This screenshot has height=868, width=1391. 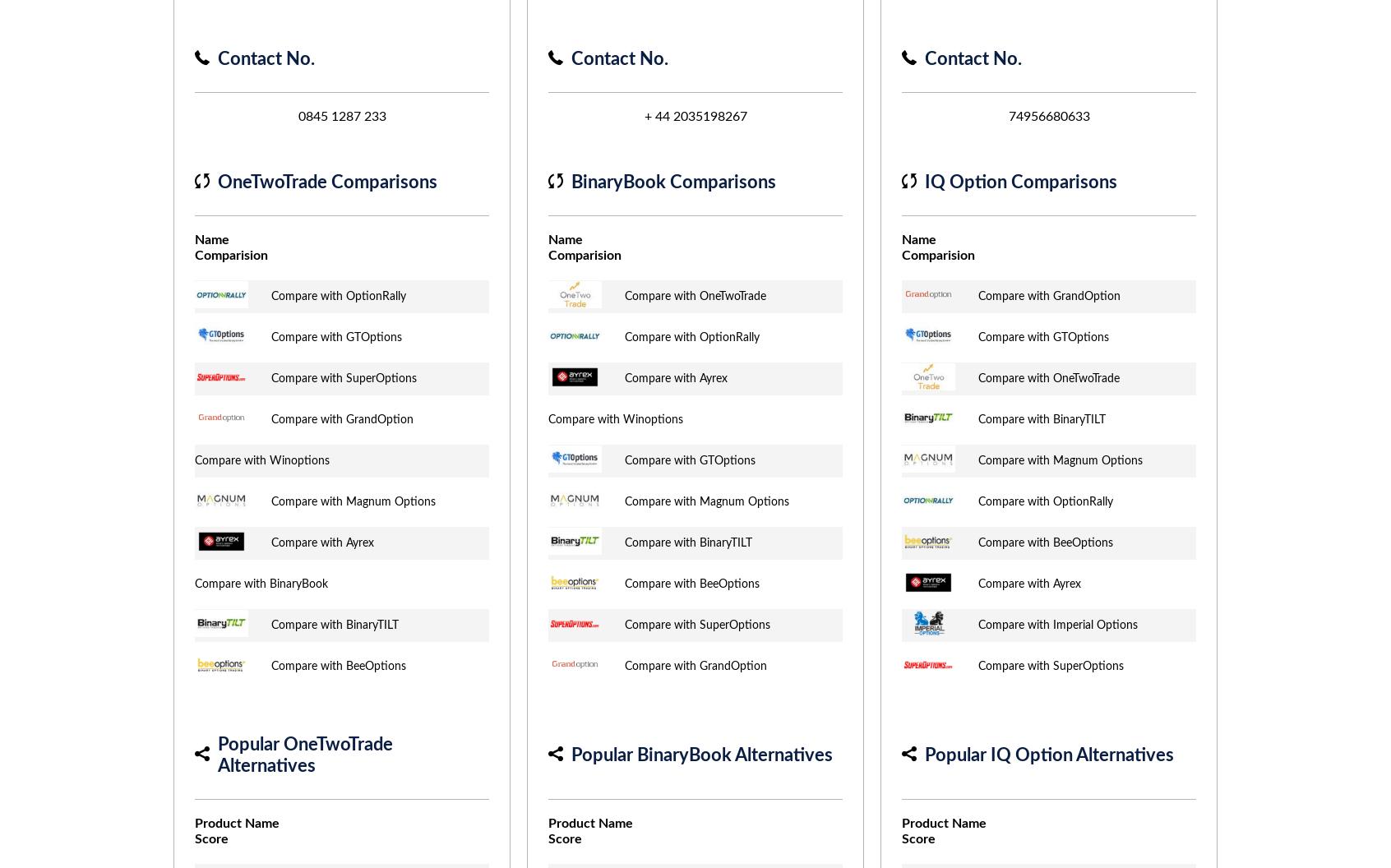 I want to click on '+ 44 2035198267', so click(x=695, y=117).